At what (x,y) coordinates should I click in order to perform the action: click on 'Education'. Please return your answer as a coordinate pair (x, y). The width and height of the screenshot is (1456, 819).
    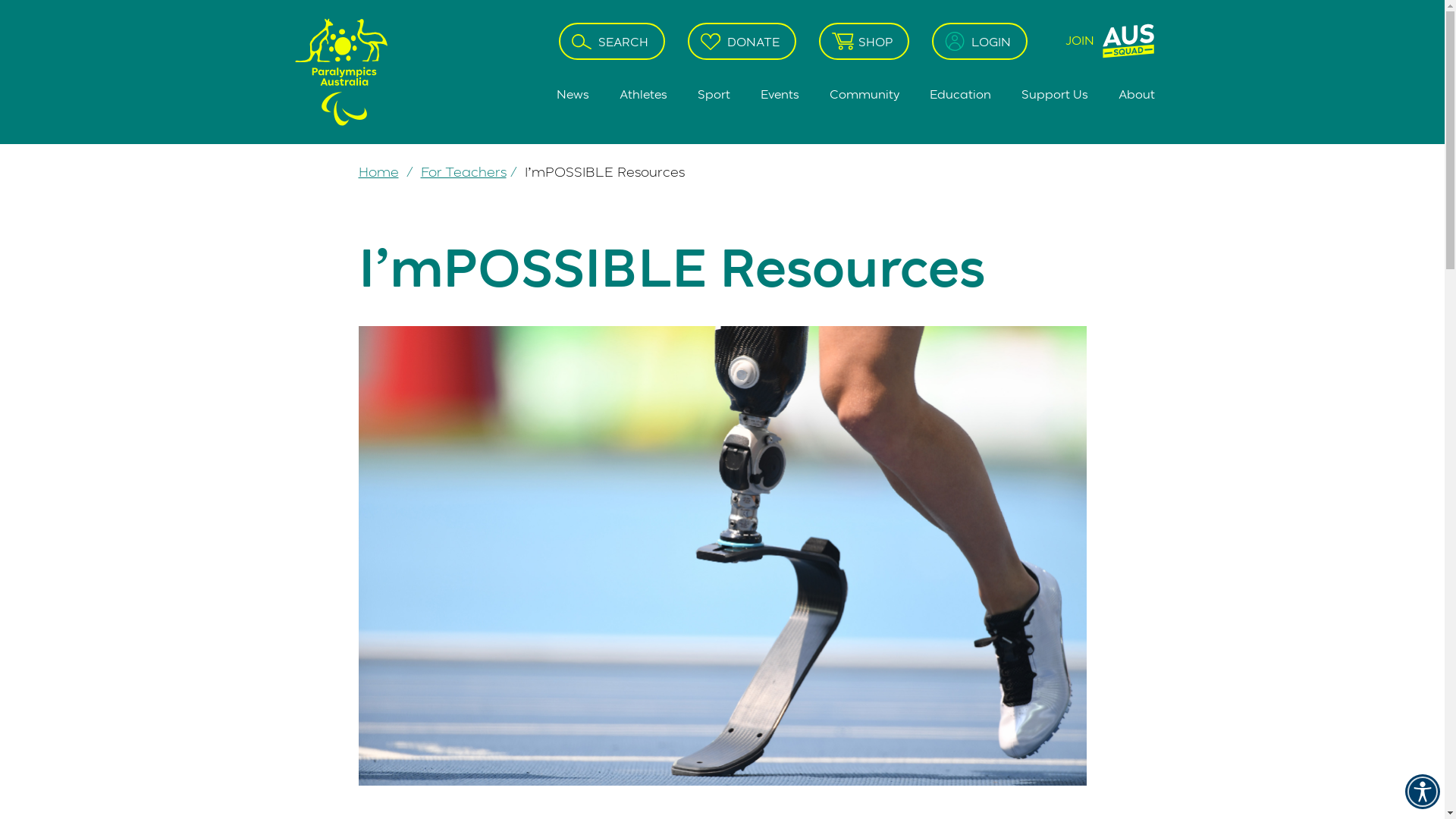
    Looking at the image, I should click on (959, 93).